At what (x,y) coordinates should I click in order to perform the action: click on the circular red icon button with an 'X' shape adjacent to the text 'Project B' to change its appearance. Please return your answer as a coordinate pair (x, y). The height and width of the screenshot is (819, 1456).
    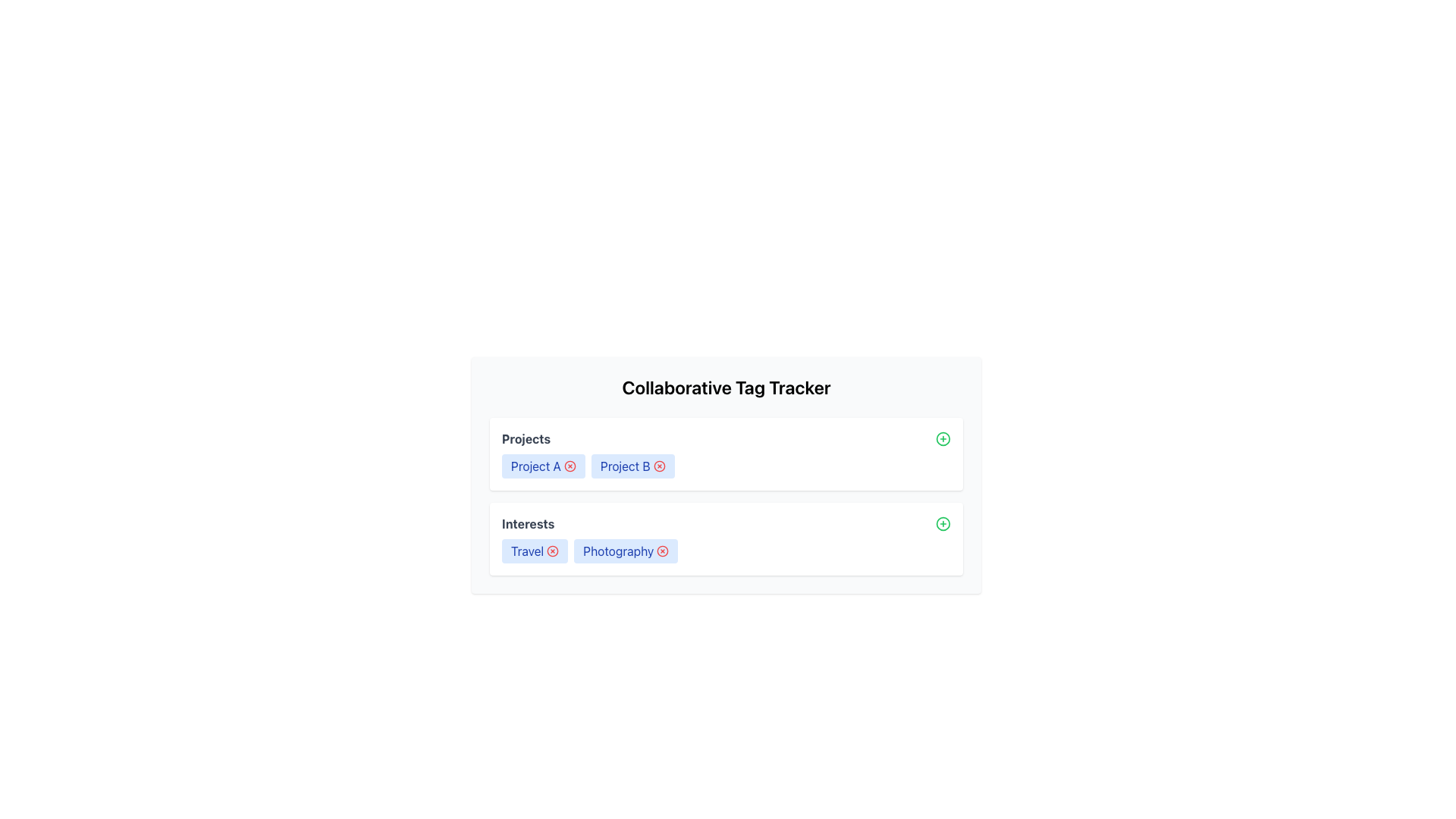
    Looking at the image, I should click on (659, 465).